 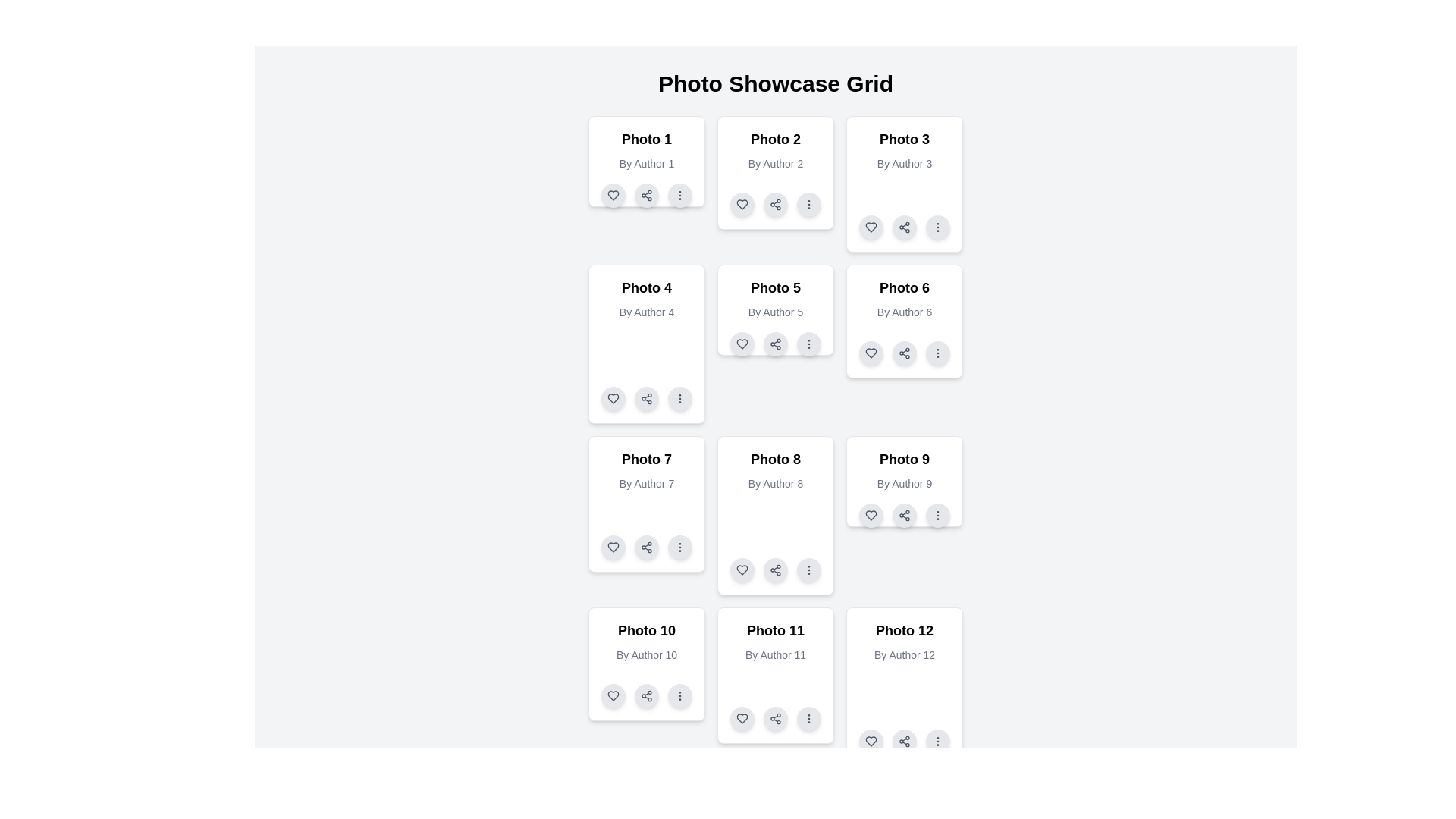 I want to click on the heart icon button located beneath the title of 'Photo 8', so click(x=742, y=570).